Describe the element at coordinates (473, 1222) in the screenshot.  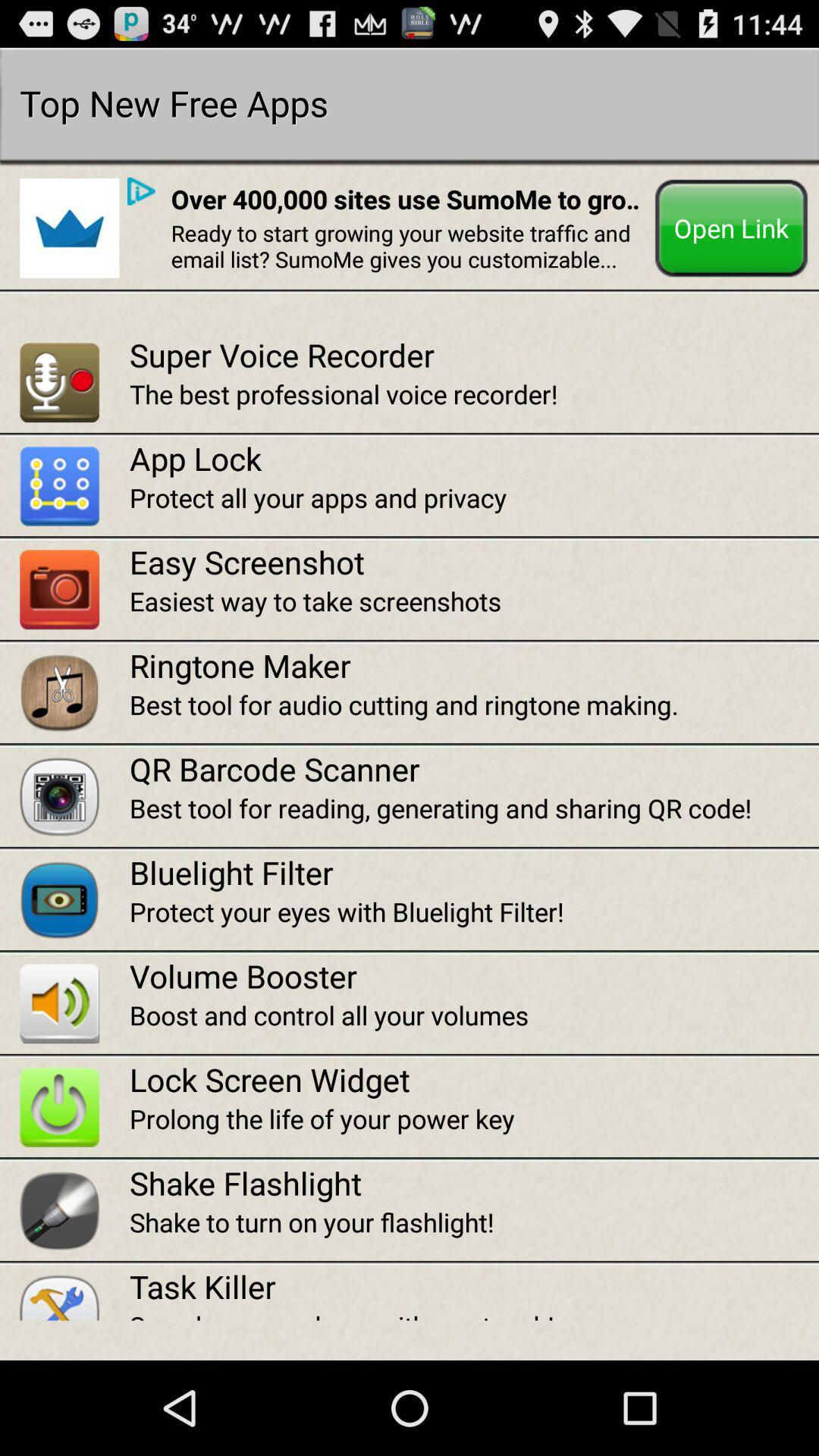
I see `the app below shake flashlight icon` at that location.